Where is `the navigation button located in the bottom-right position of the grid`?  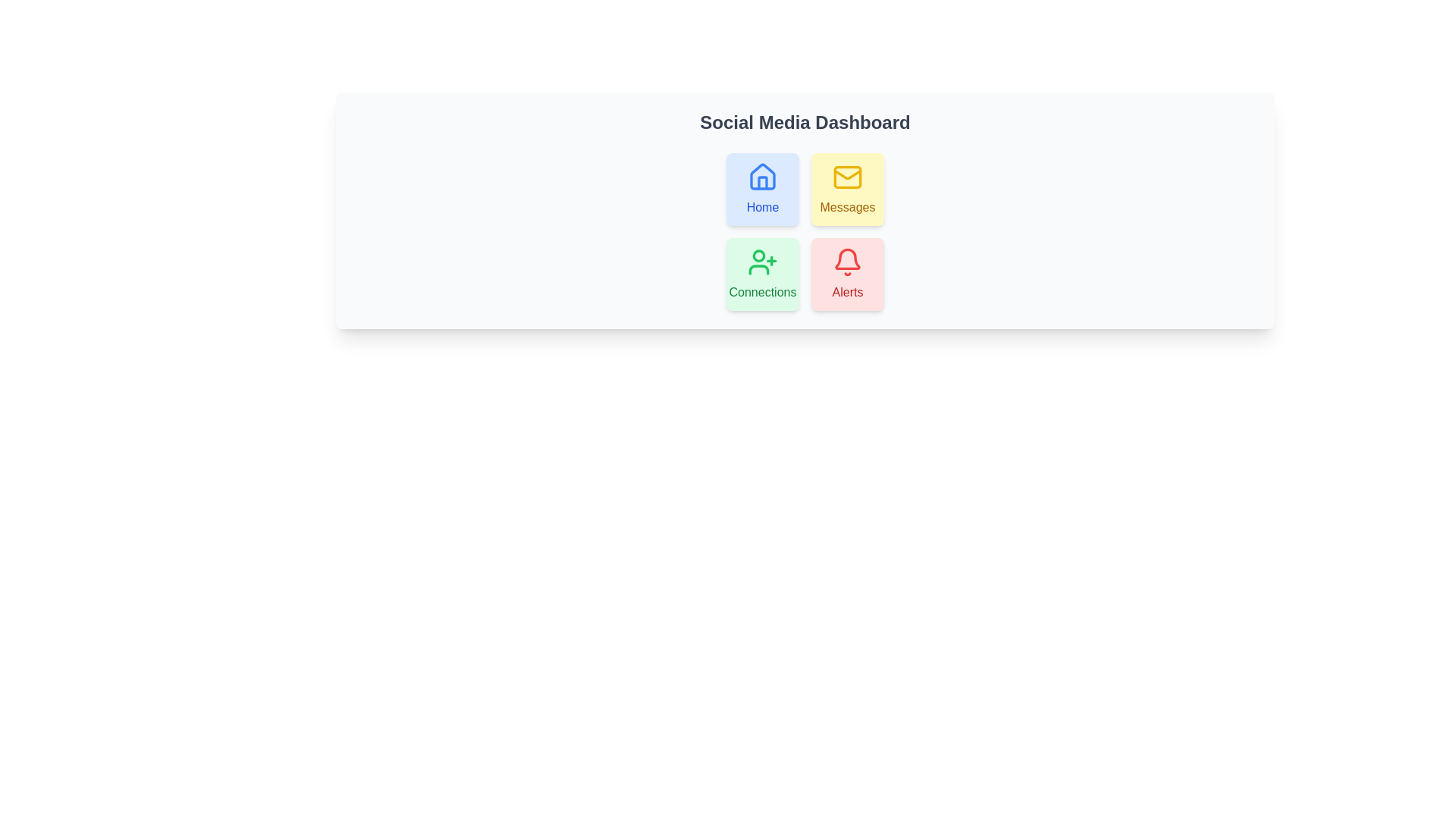 the navigation button located in the bottom-right position of the grid is located at coordinates (847, 275).